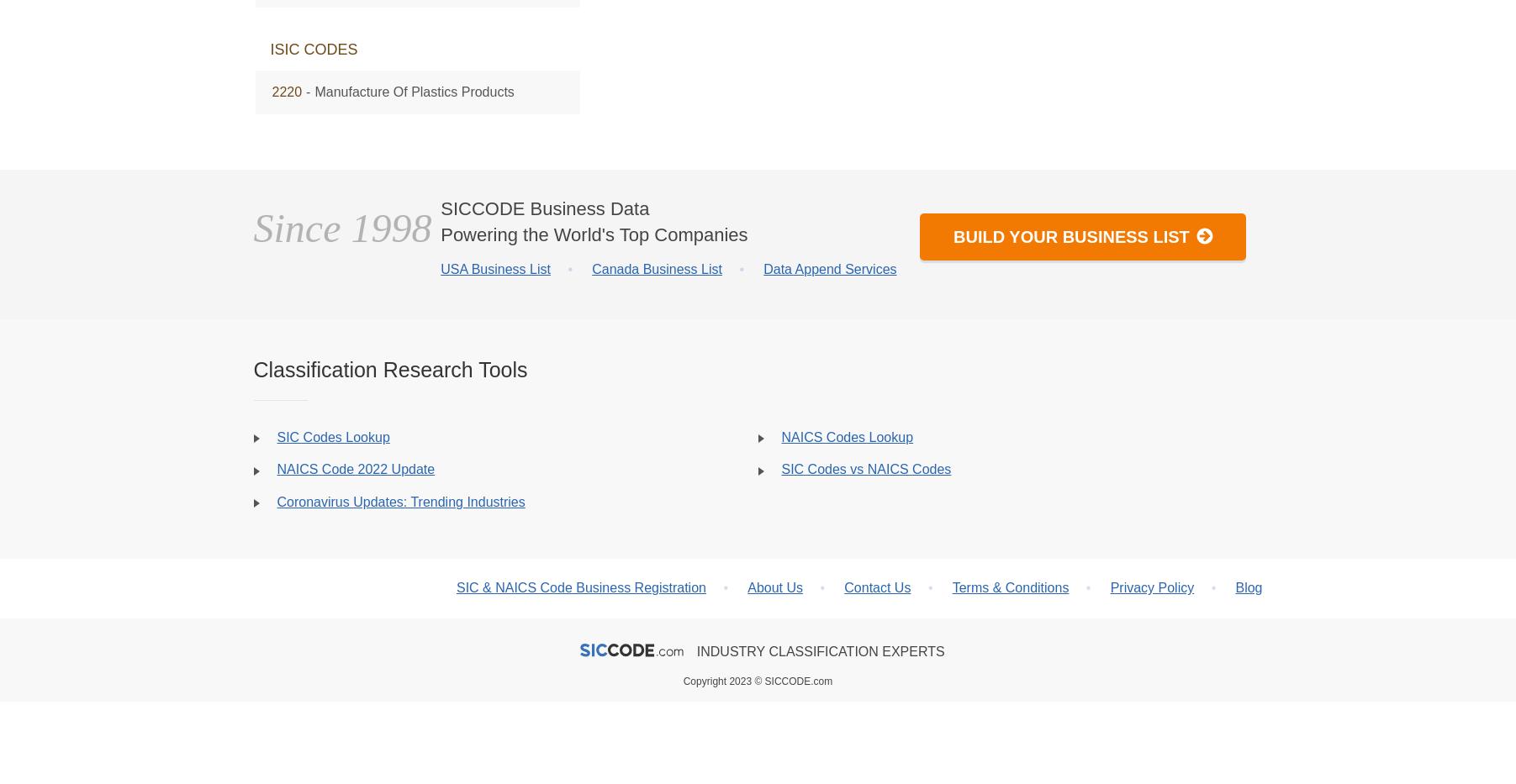 The height and width of the screenshot is (784, 1516). Describe the element at coordinates (846, 436) in the screenshot. I see `'NAICS Codes Lookup'` at that location.